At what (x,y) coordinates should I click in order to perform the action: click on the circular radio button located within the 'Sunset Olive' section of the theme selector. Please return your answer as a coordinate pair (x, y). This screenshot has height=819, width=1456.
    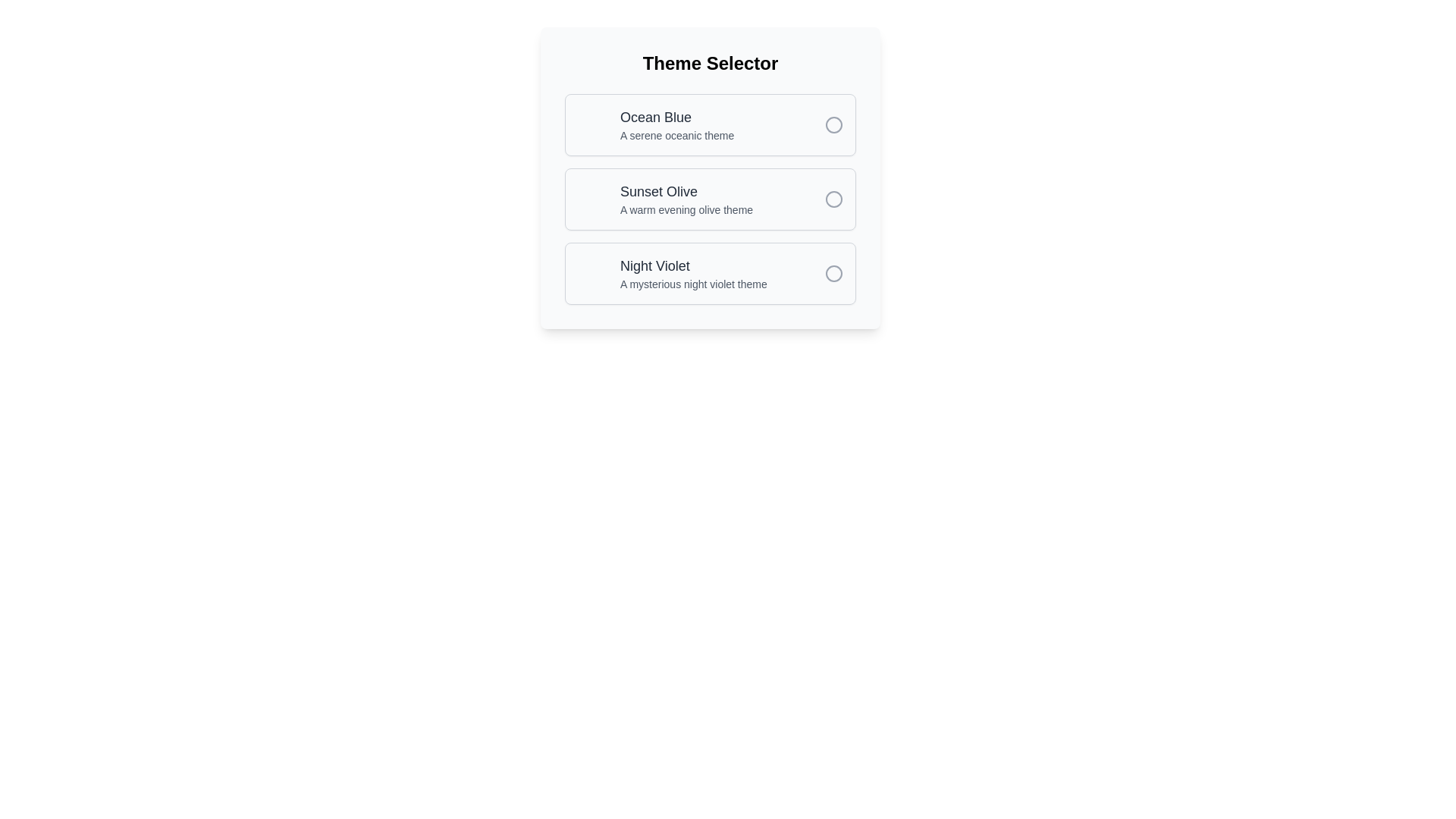
    Looking at the image, I should click on (833, 198).